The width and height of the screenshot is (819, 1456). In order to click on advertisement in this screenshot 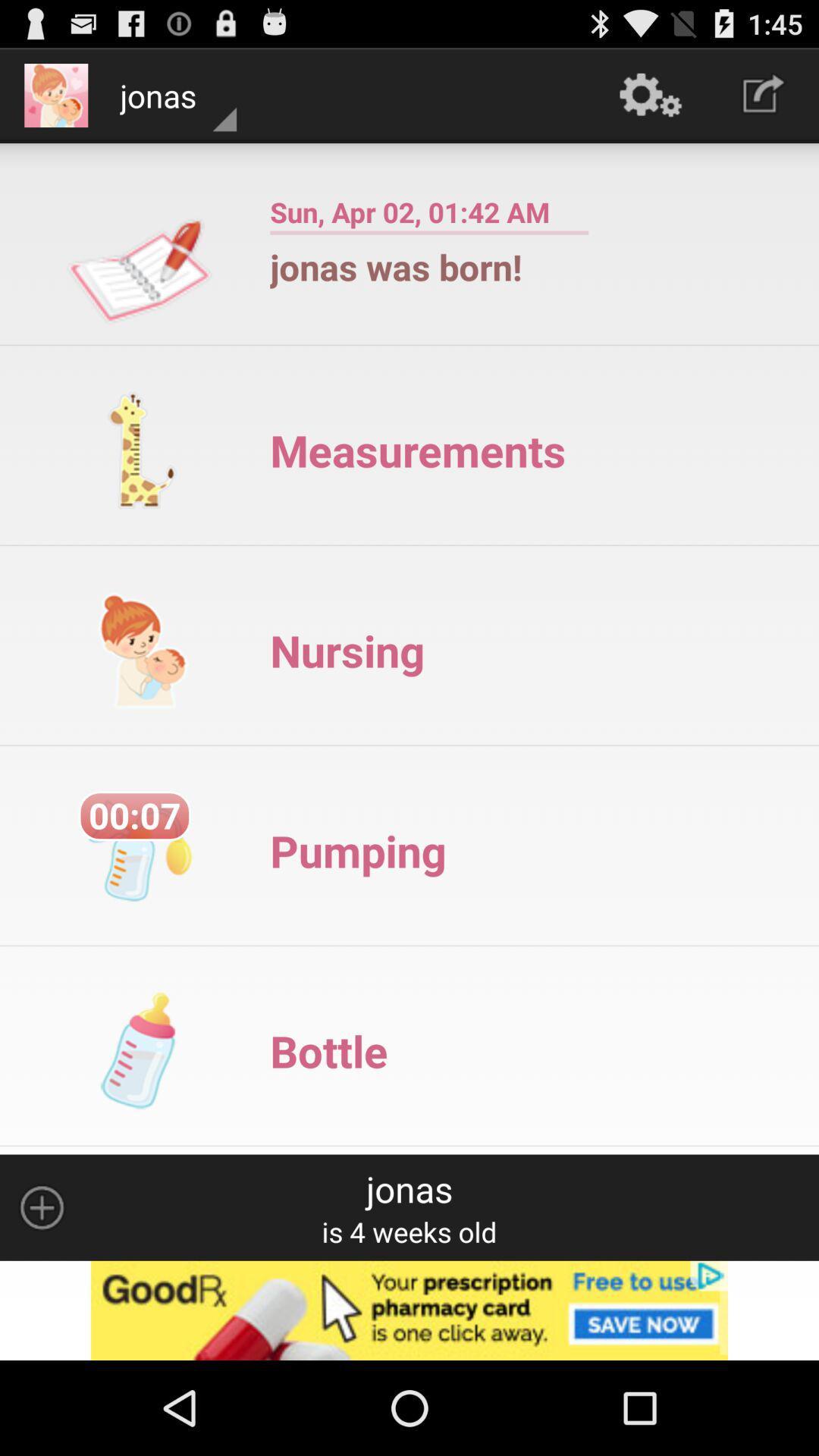, I will do `click(409, 1310)`.